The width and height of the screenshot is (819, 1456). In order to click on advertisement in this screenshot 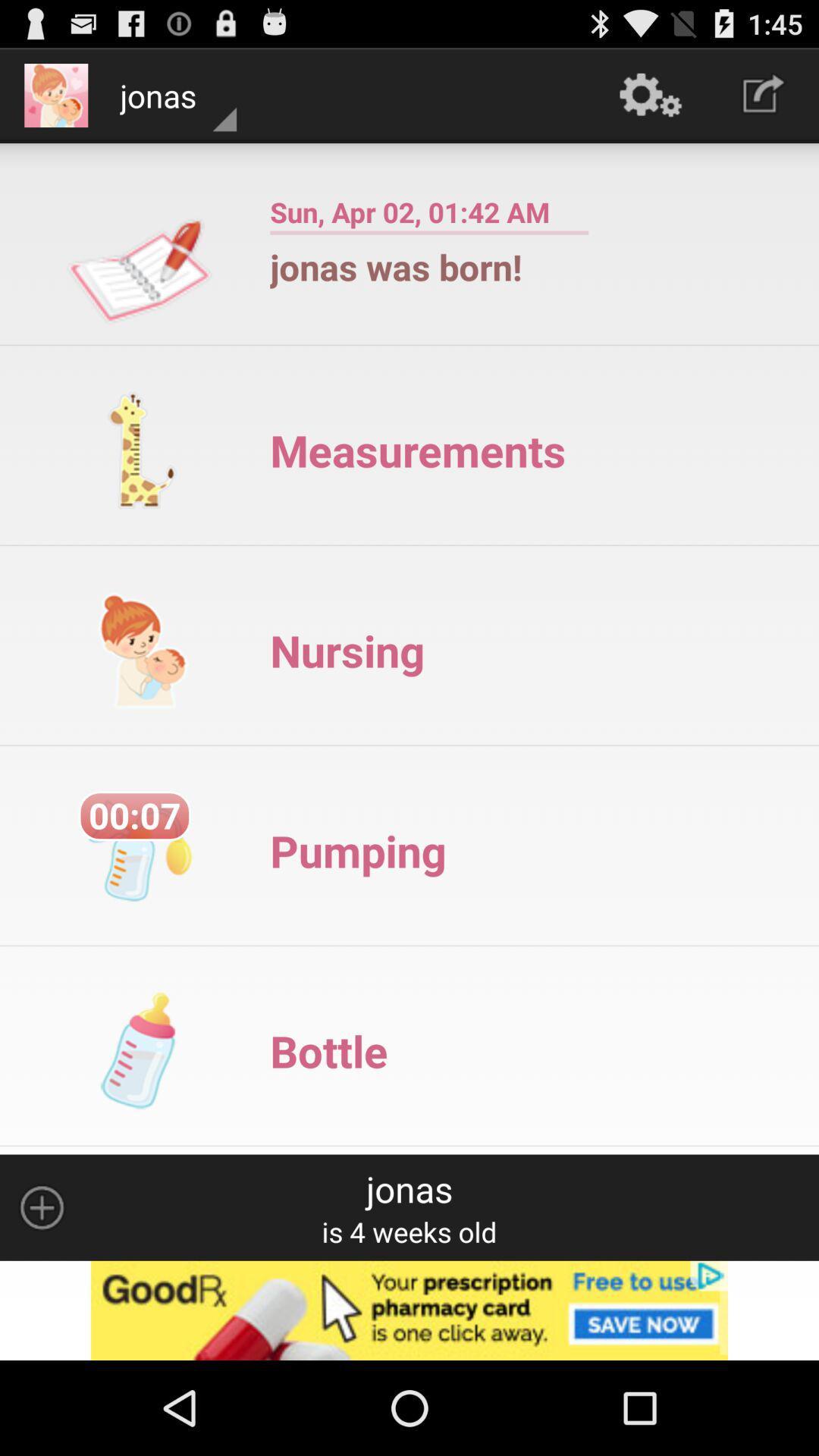, I will do `click(409, 1310)`.